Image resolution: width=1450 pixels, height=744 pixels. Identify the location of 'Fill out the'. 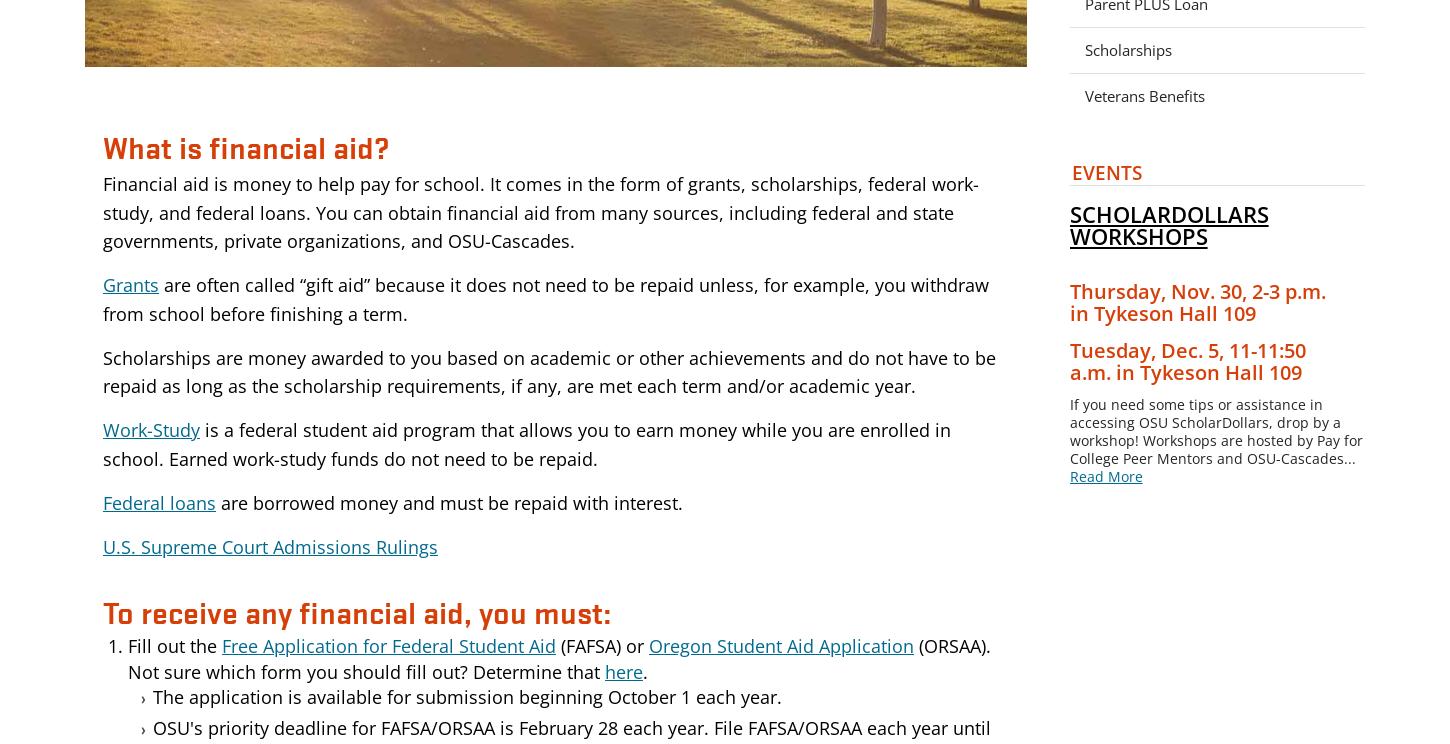
(127, 646).